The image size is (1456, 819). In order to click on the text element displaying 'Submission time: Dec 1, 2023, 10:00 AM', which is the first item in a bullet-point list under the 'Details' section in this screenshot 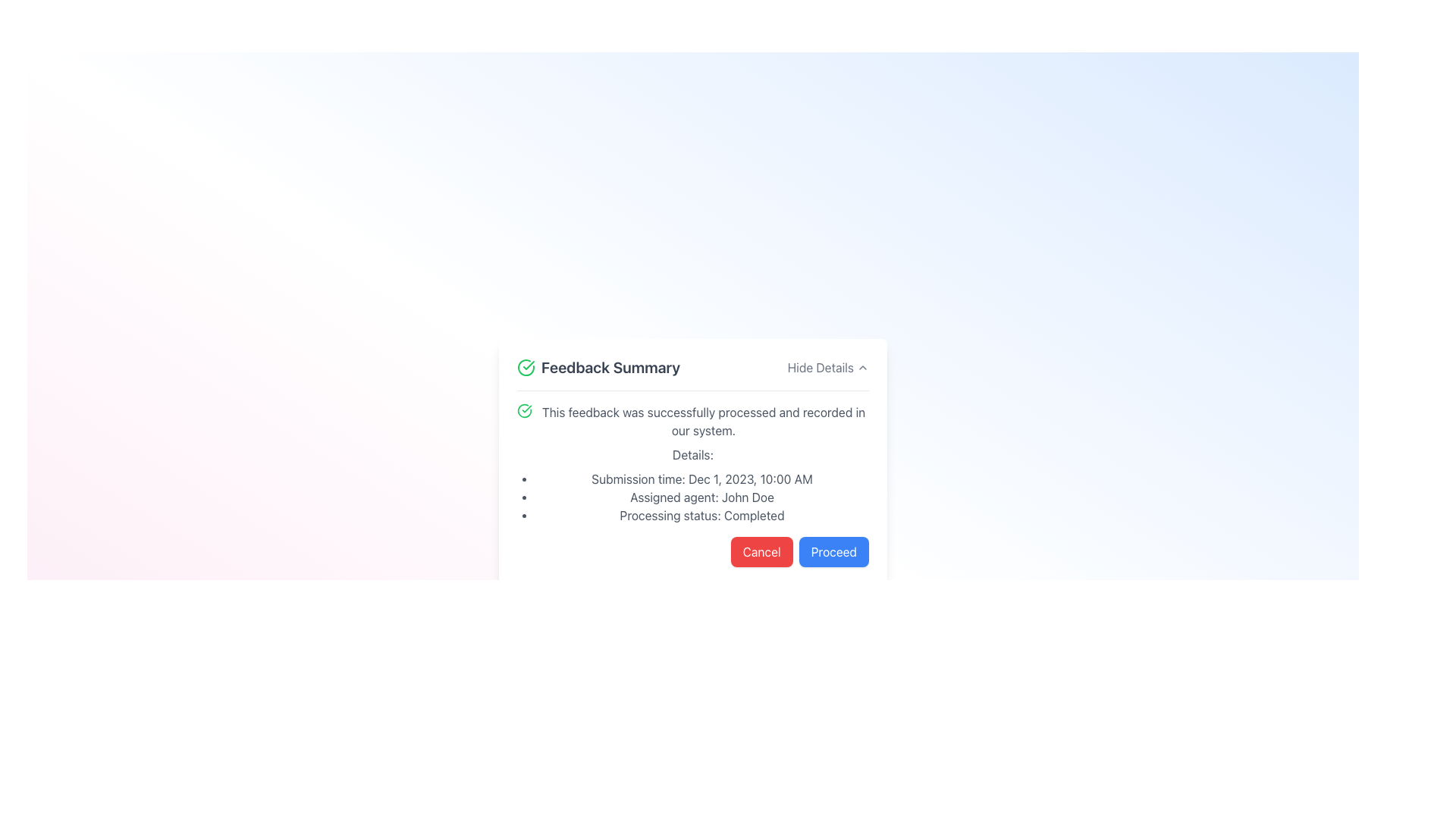, I will do `click(701, 479)`.